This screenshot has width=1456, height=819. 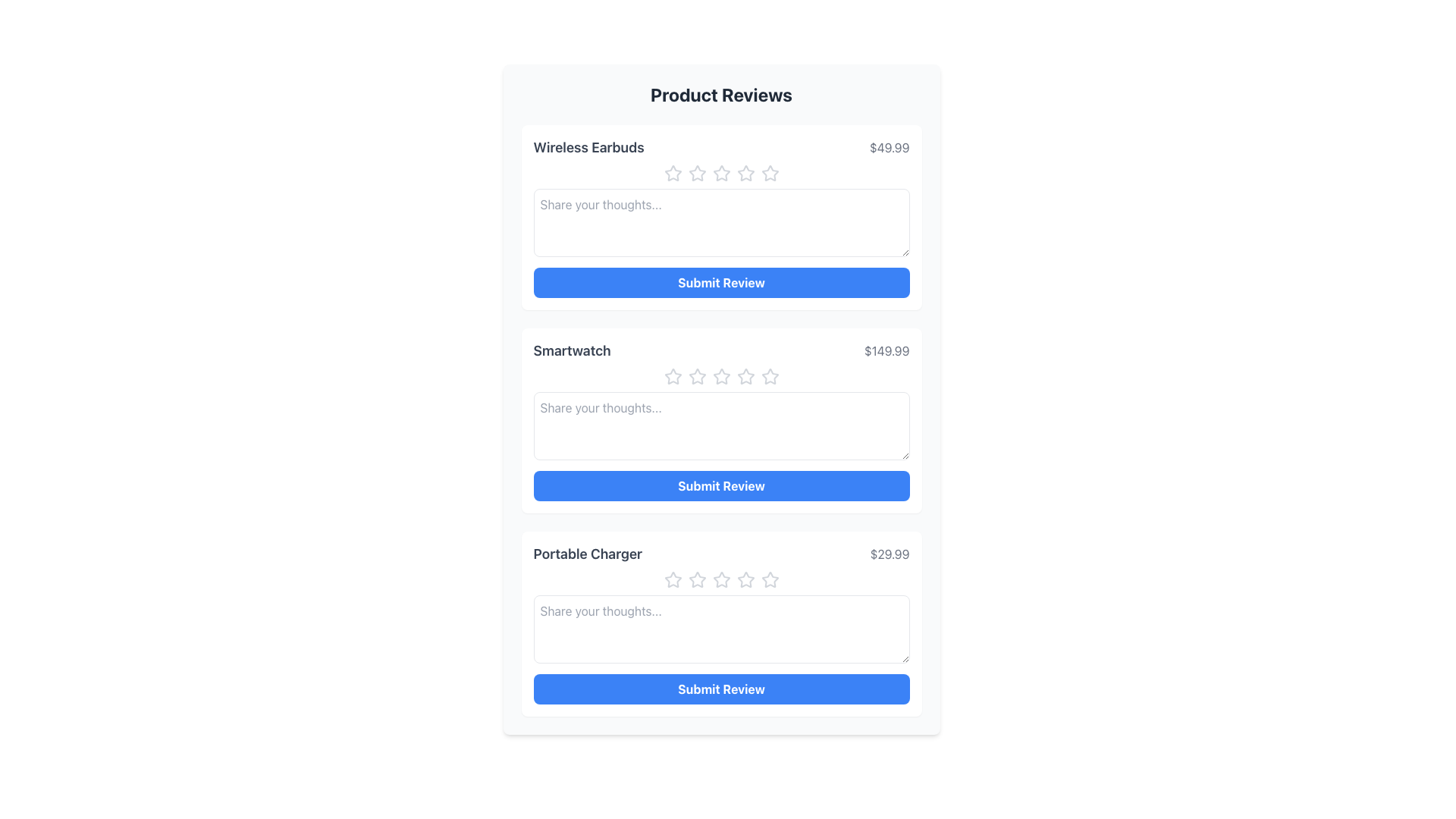 I want to click on the vibrant blue 'Submit Review' button with white bold text located at the bottom of the product reviews panel, so click(x=720, y=689).